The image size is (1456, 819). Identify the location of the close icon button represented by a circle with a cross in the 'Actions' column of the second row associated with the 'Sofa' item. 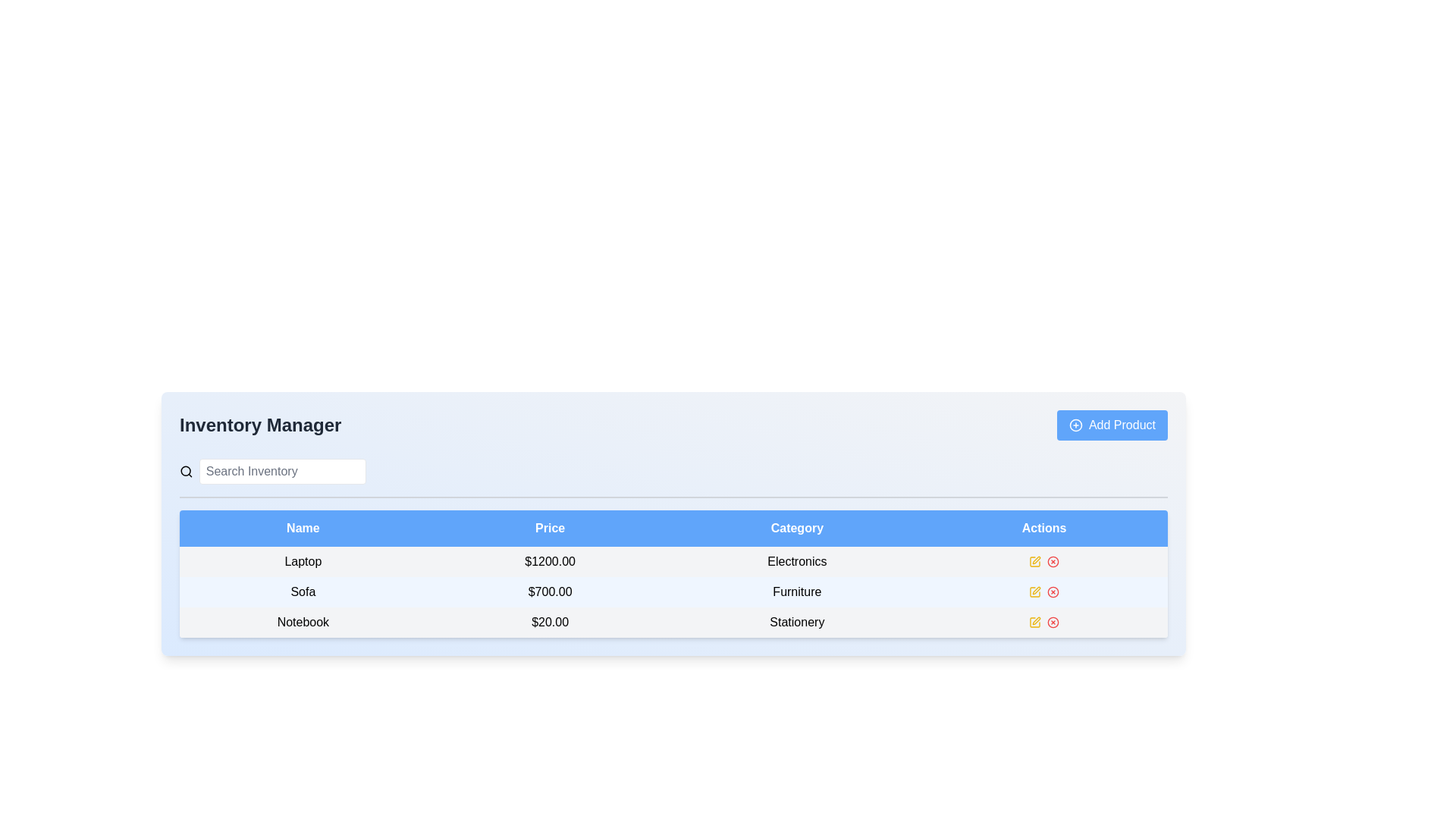
(1053, 591).